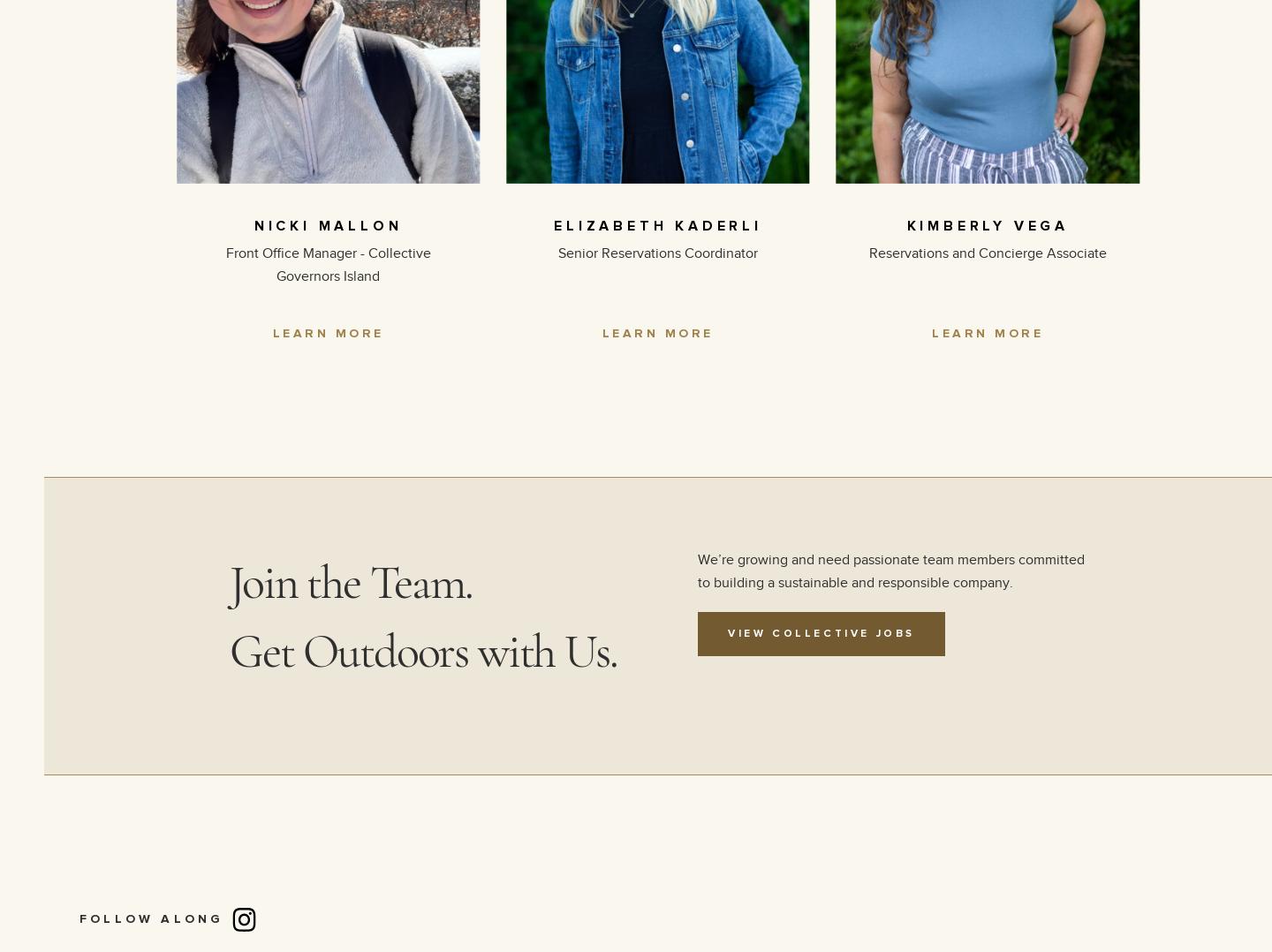 Image resolution: width=1272 pixels, height=952 pixels. Describe the element at coordinates (986, 252) in the screenshot. I see `'Reservations and Concierge Associate'` at that location.